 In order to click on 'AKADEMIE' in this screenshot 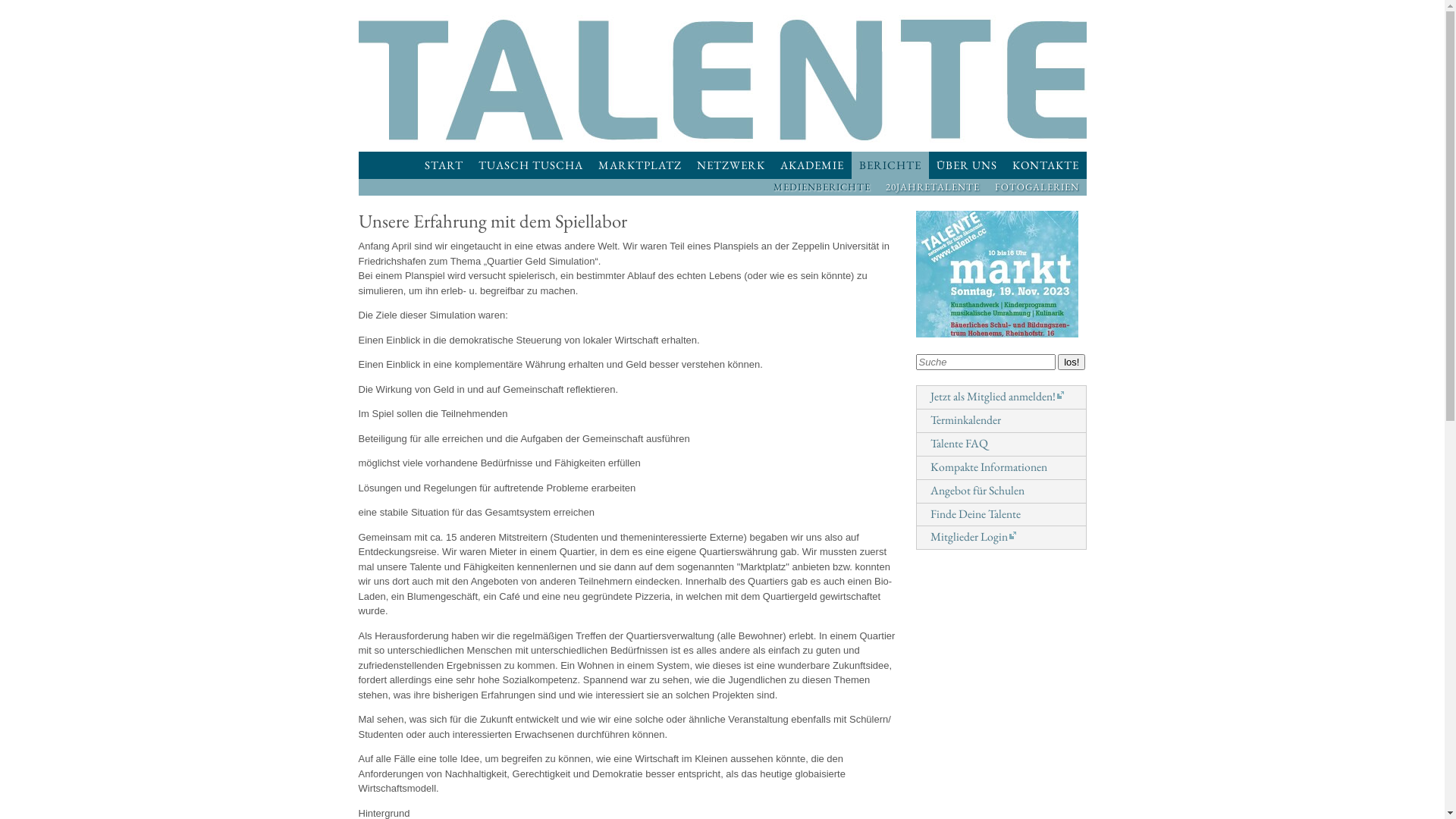, I will do `click(811, 165)`.